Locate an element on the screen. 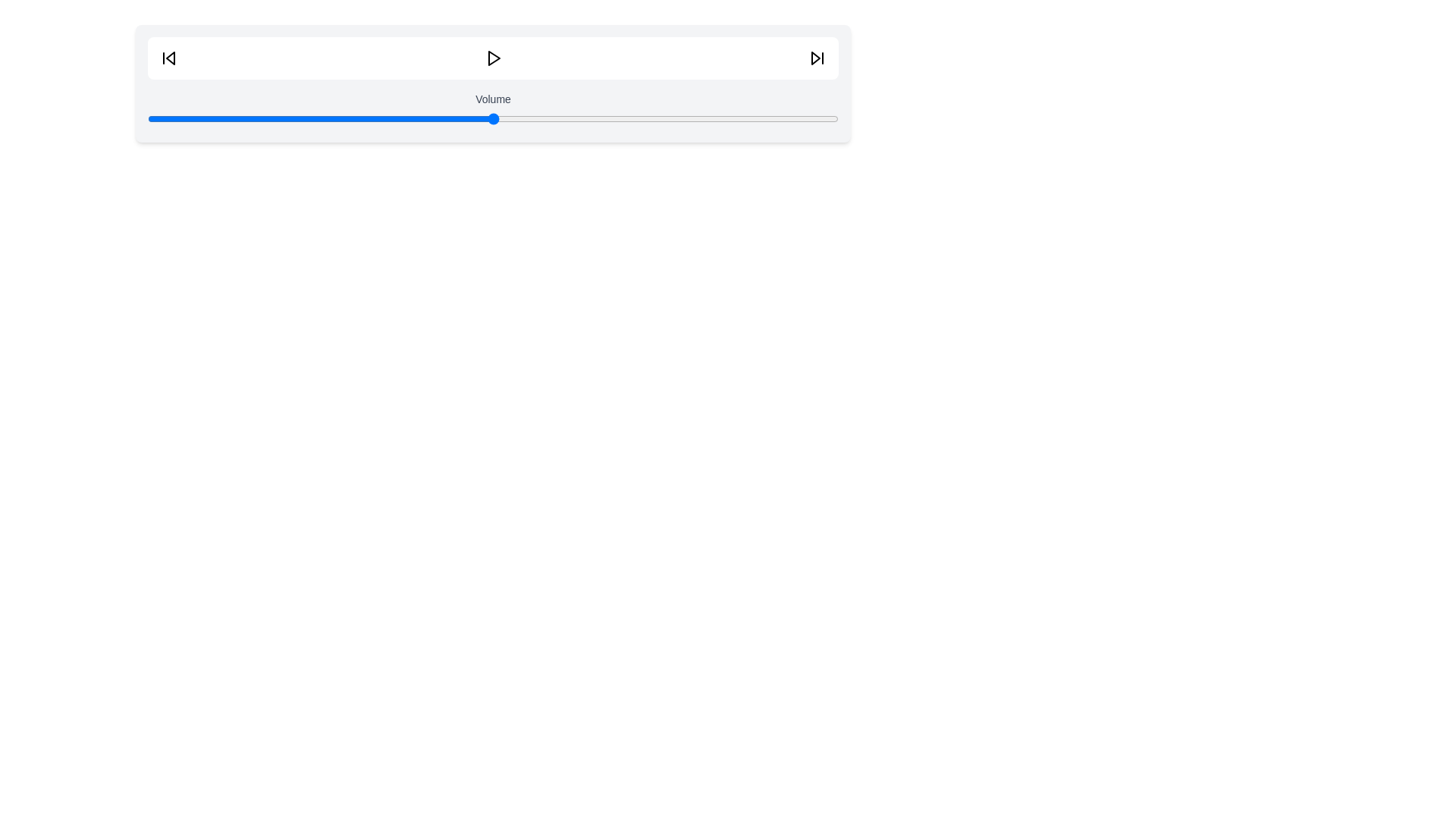  the backward navigation button, which is a triangular-shaped icon with a vertical line to its left, located at the top left of the media control interface is located at coordinates (168, 58).